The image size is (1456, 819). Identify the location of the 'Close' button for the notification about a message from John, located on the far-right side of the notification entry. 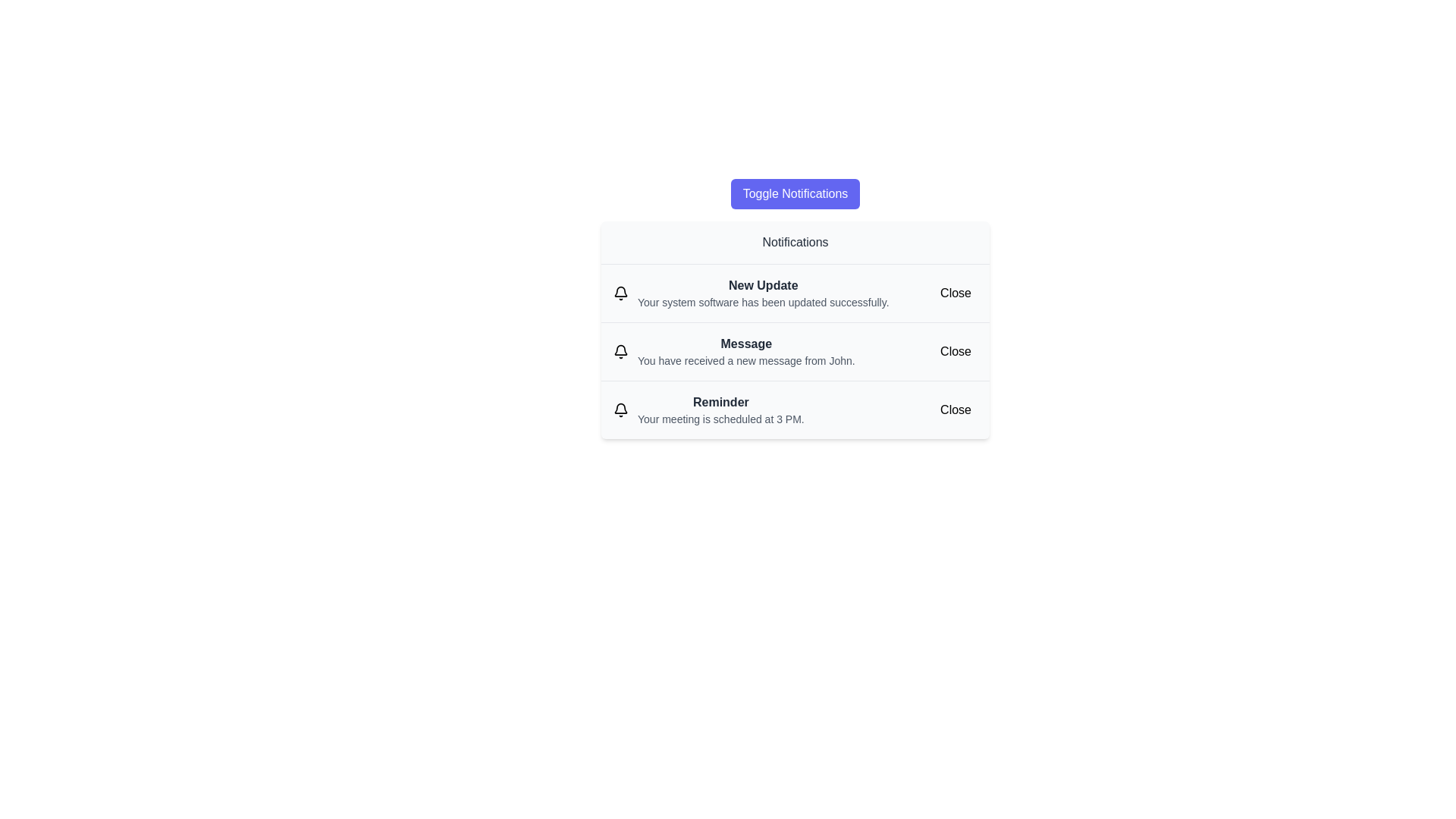
(955, 351).